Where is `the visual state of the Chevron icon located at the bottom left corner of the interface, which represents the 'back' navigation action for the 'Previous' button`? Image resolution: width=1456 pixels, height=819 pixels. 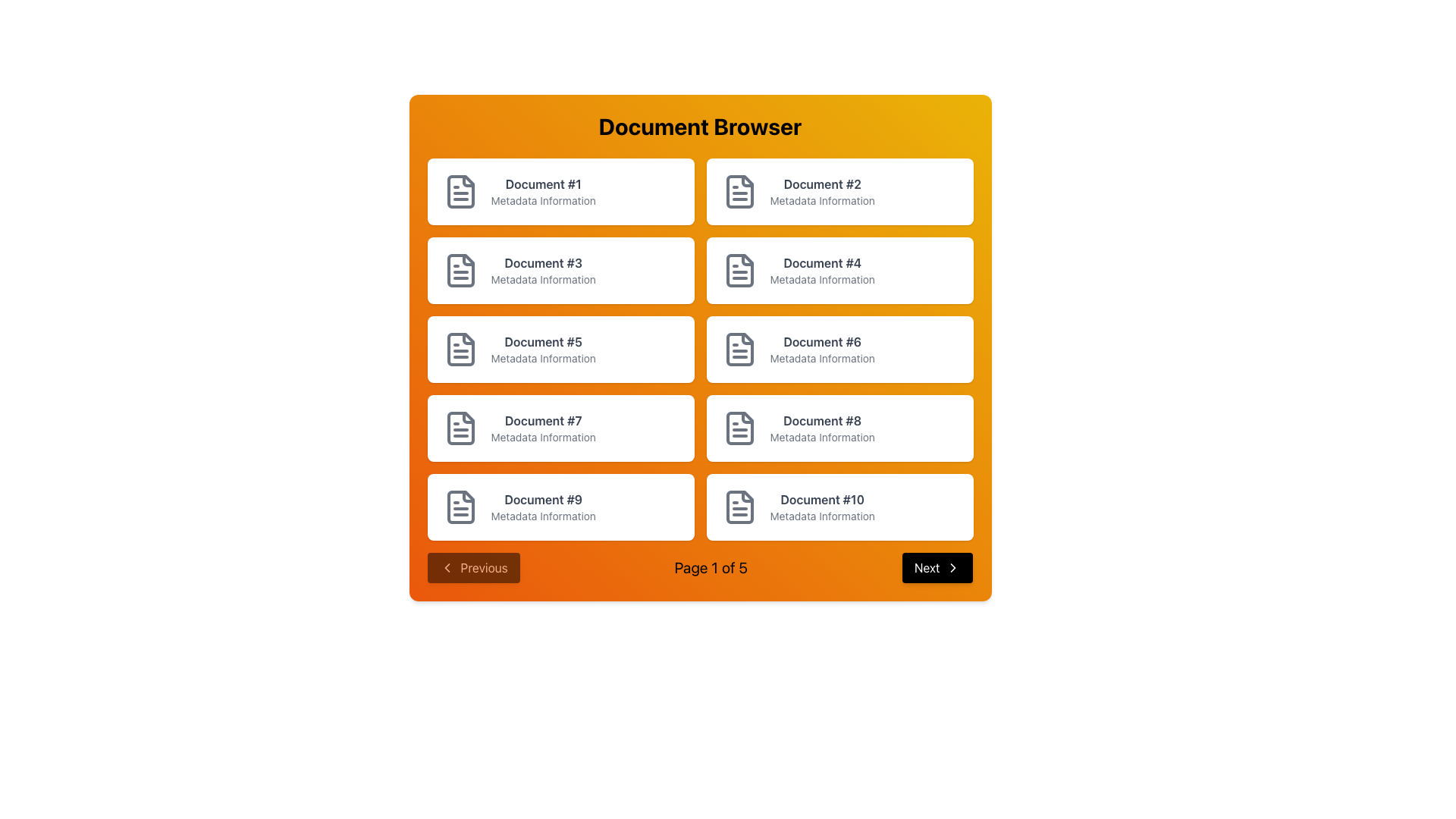 the visual state of the Chevron icon located at the bottom left corner of the interface, which represents the 'back' navigation action for the 'Previous' button is located at coordinates (446, 567).